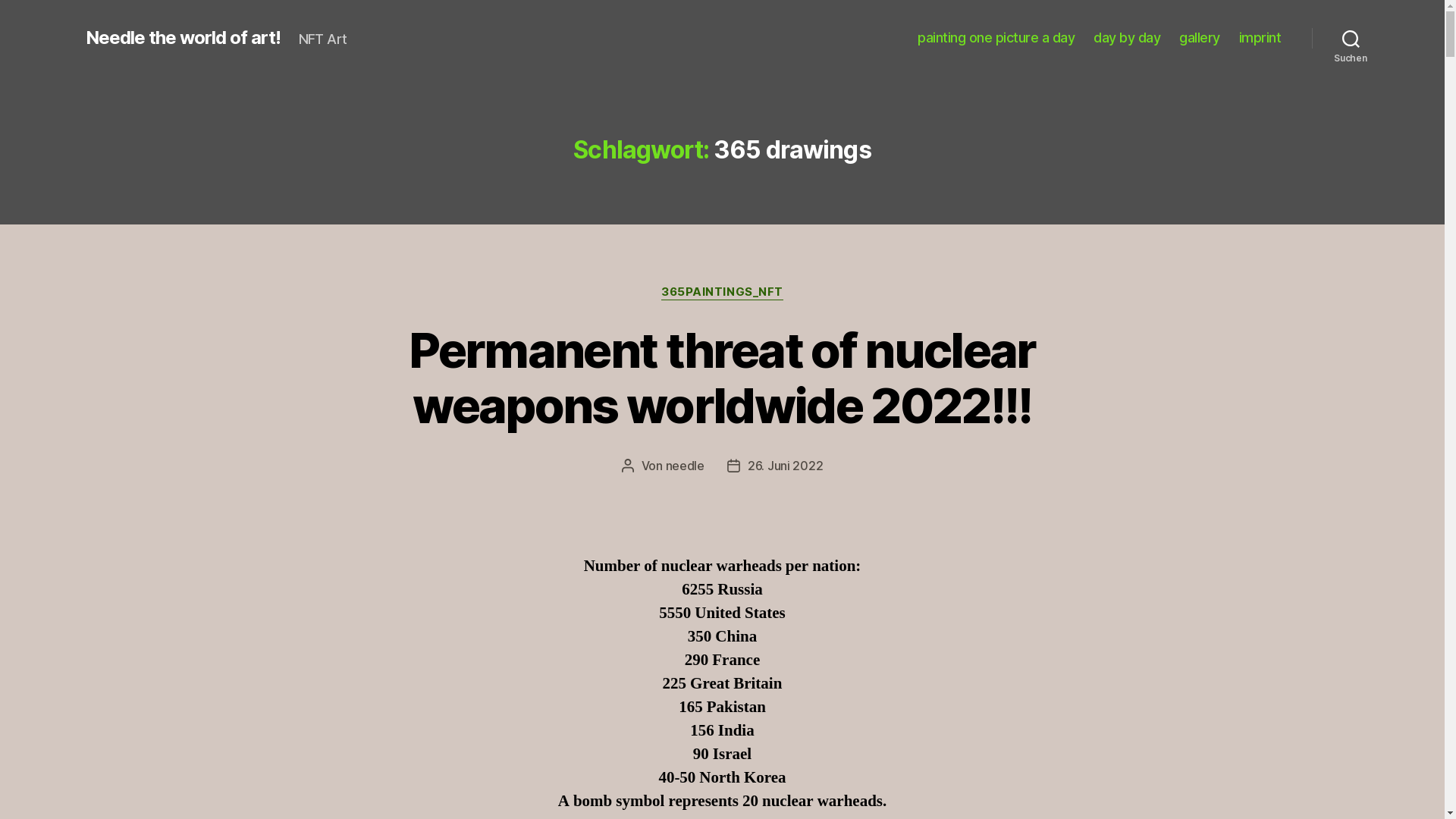 The image size is (1456, 819). What do you see at coordinates (1127, 37) in the screenshot?
I see `'day by day'` at bounding box center [1127, 37].